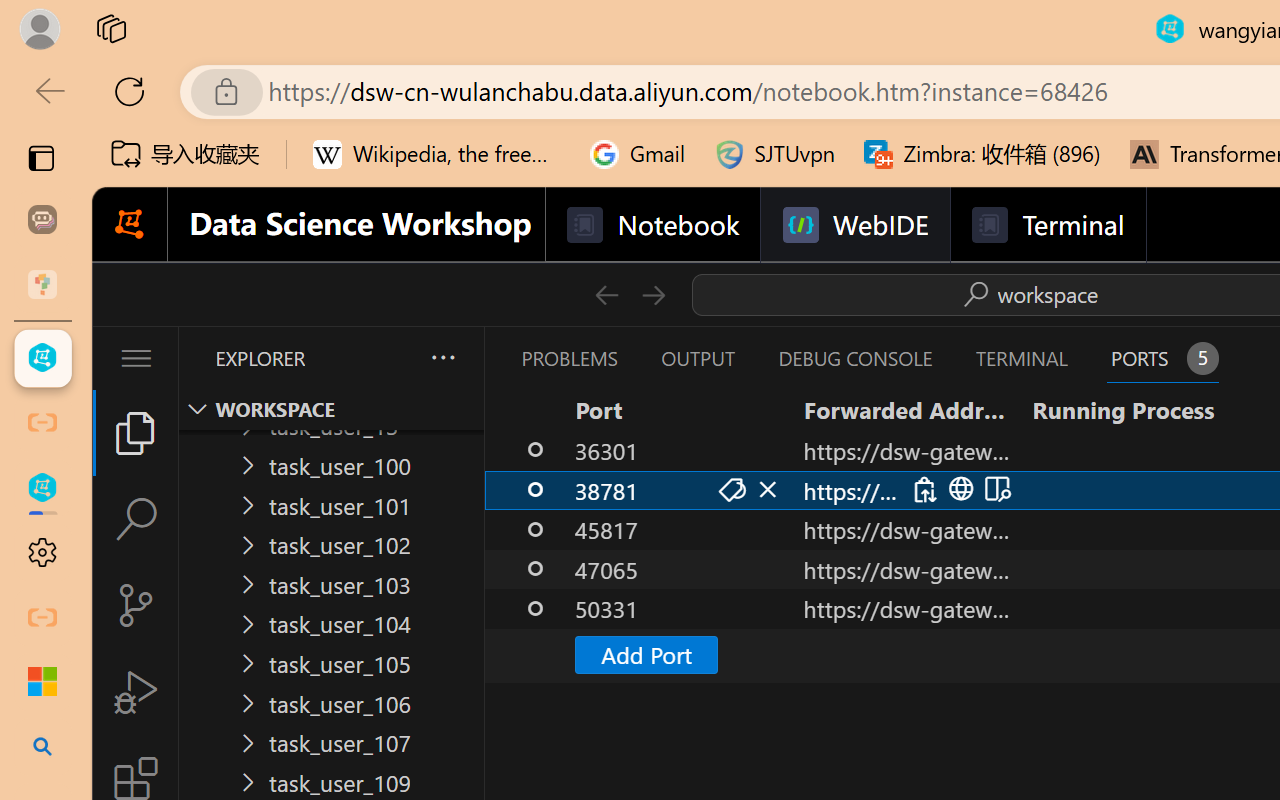 This screenshot has width=1280, height=800. Describe the element at coordinates (1021, 358) in the screenshot. I see `'Terminal (Ctrl+`)'` at that location.